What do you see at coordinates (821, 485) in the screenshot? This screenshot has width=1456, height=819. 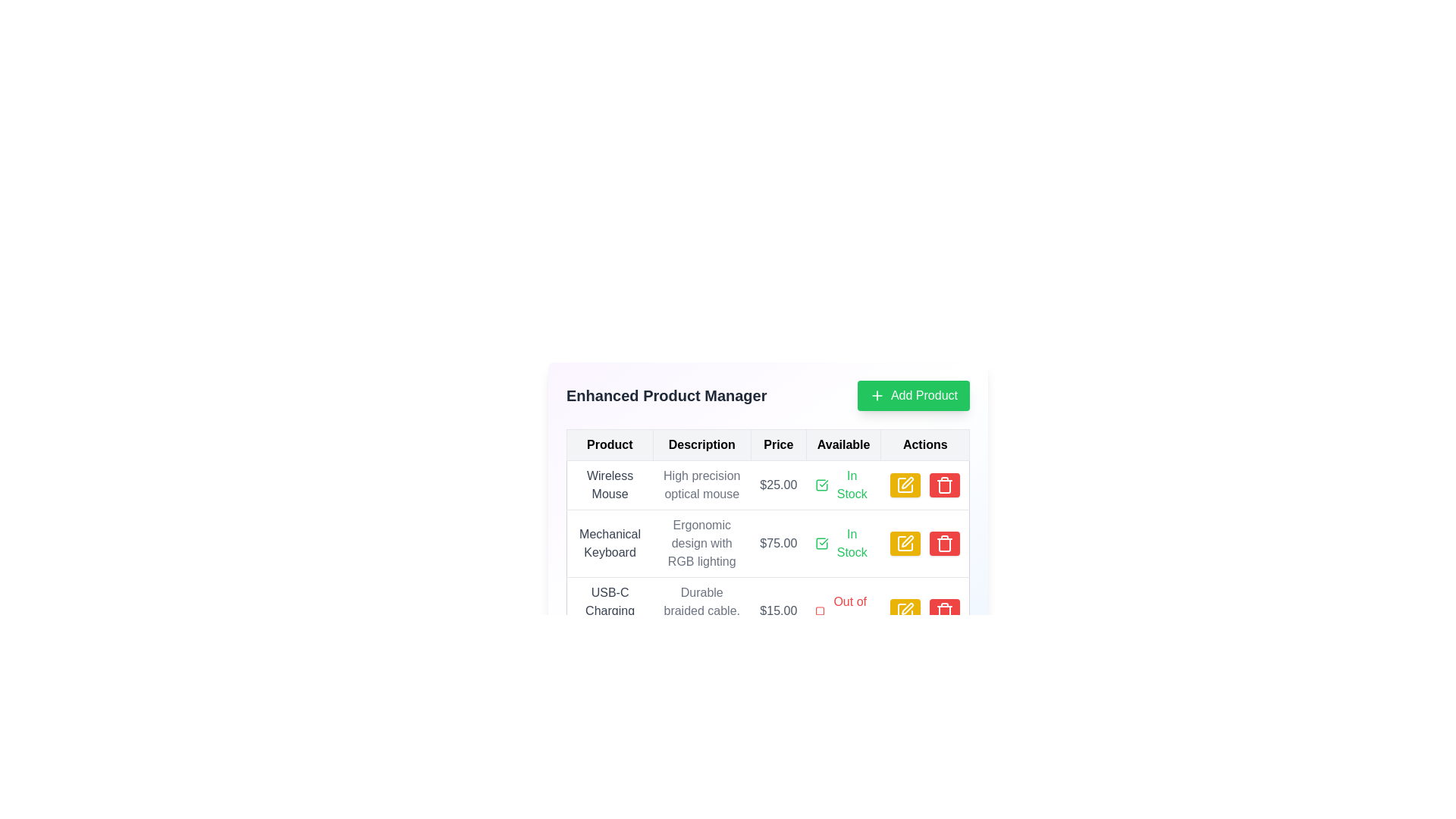 I see `the green checkmark icon located beside the 'In Stock' text in the 'Available' column of the table for the 'Wireless Mouse' row` at bounding box center [821, 485].